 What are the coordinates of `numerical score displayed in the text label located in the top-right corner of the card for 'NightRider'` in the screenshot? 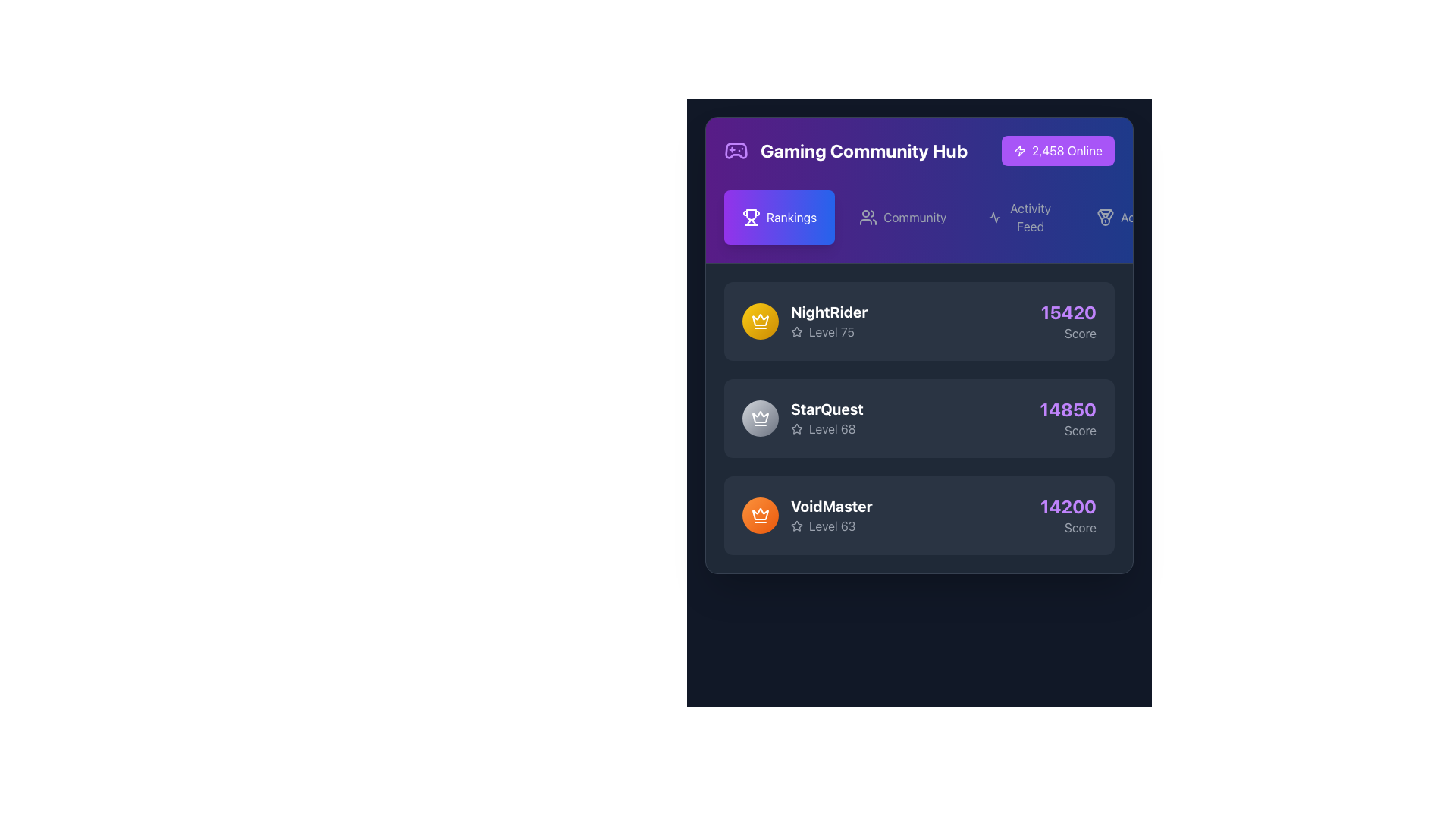 It's located at (1068, 312).